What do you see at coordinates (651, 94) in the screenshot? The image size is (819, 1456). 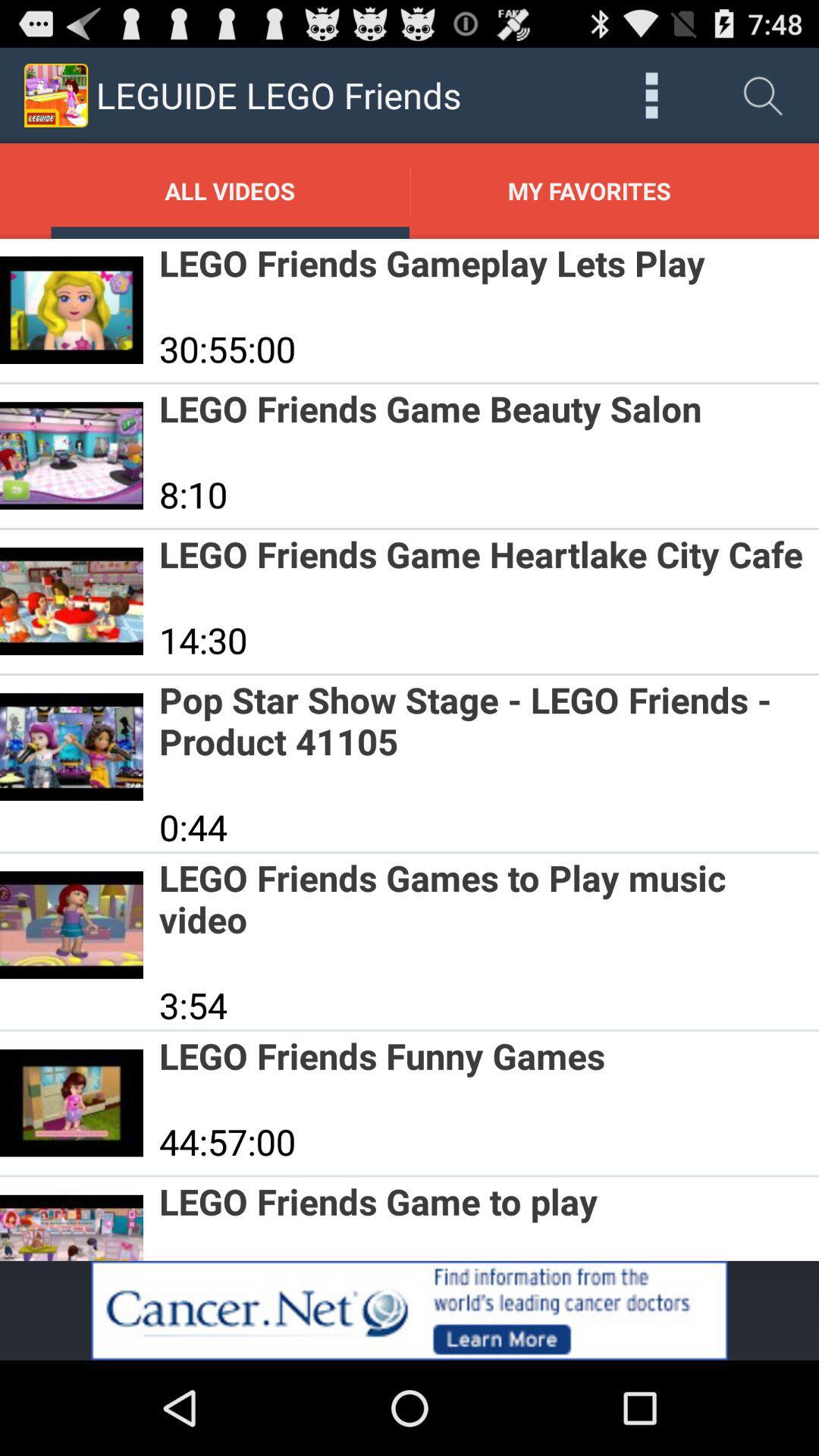 I see `all options` at bounding box center [651, 94].